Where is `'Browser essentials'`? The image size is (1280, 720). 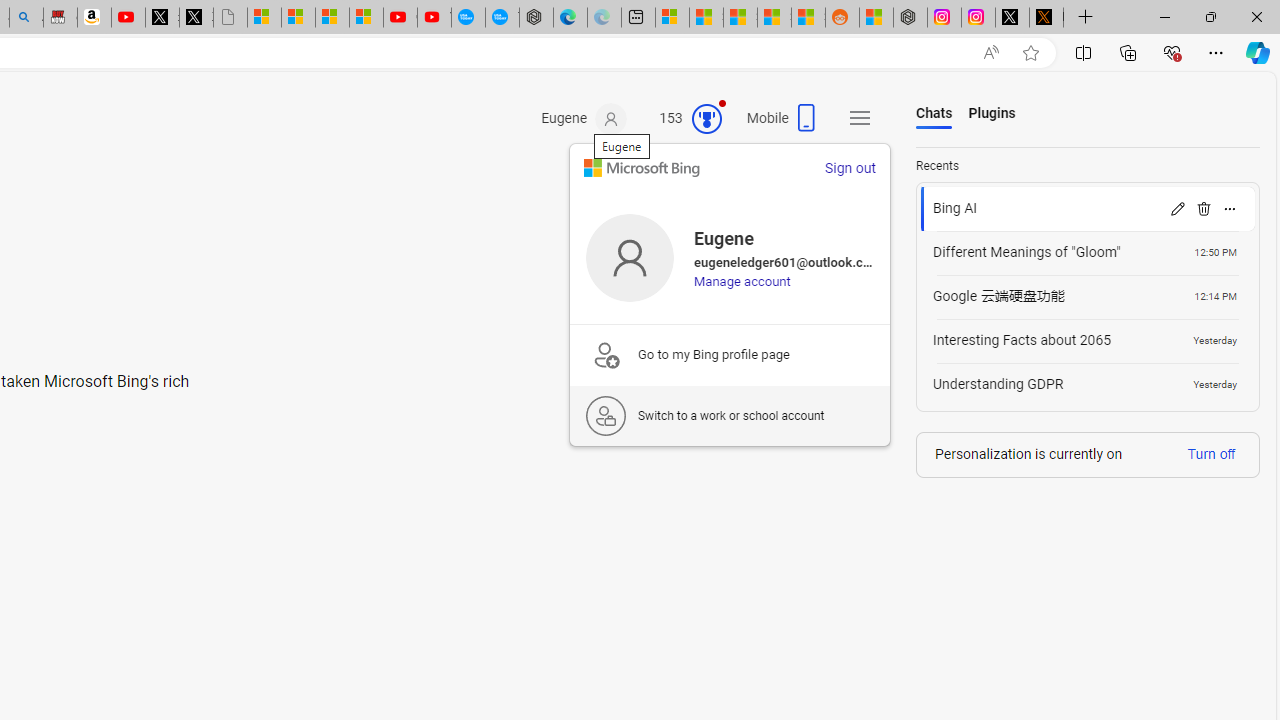 'Browser essentials' is located at coordinates (1171, 51).